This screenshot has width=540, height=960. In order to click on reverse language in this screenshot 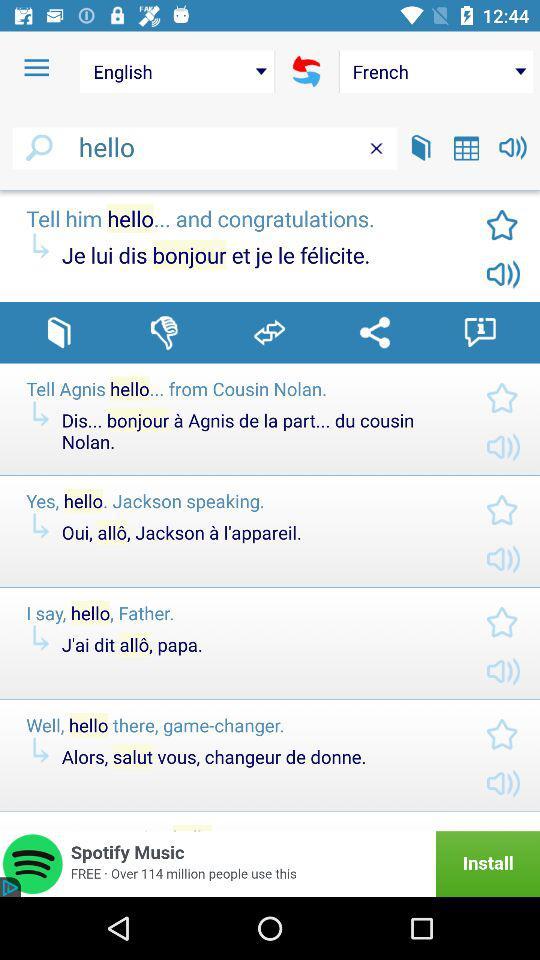, I will do `click(306, 71)`.